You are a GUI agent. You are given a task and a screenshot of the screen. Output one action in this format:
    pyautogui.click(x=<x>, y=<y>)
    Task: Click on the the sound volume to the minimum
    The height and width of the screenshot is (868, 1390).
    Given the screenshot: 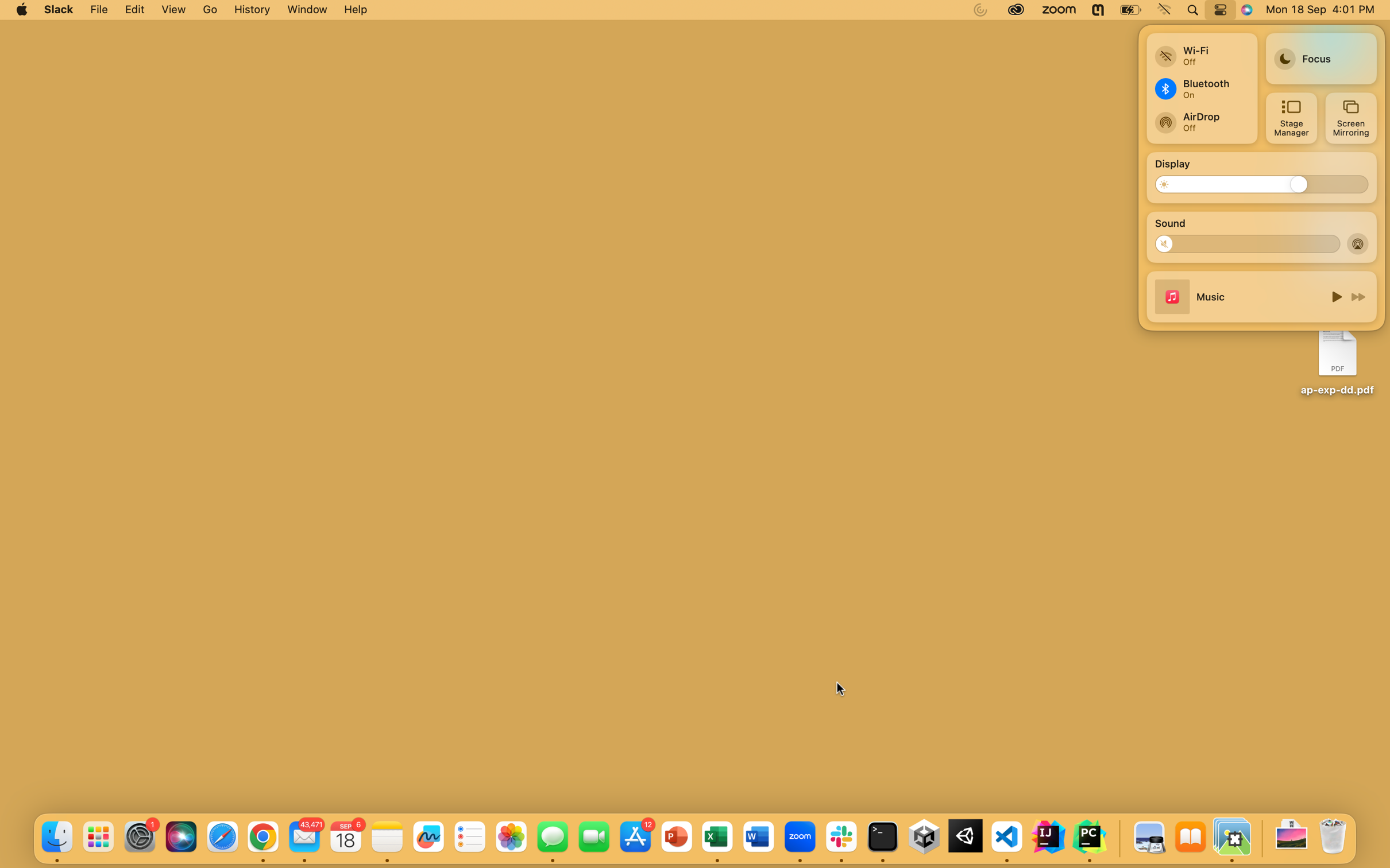 What is the action you would take?
    pyautogui.click(x=1169, y=243)
    